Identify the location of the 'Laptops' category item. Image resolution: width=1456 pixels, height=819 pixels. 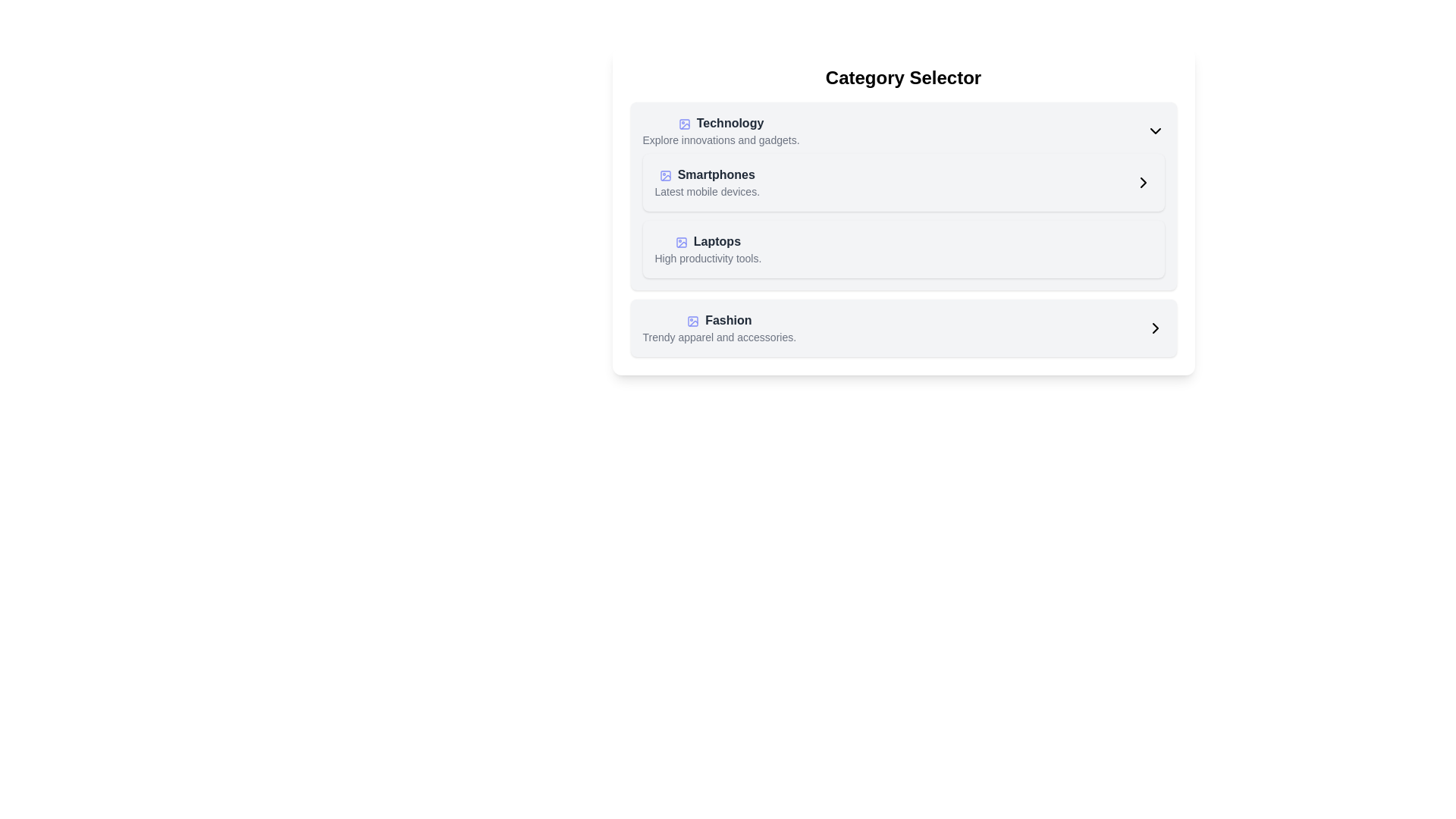
(903, 248).